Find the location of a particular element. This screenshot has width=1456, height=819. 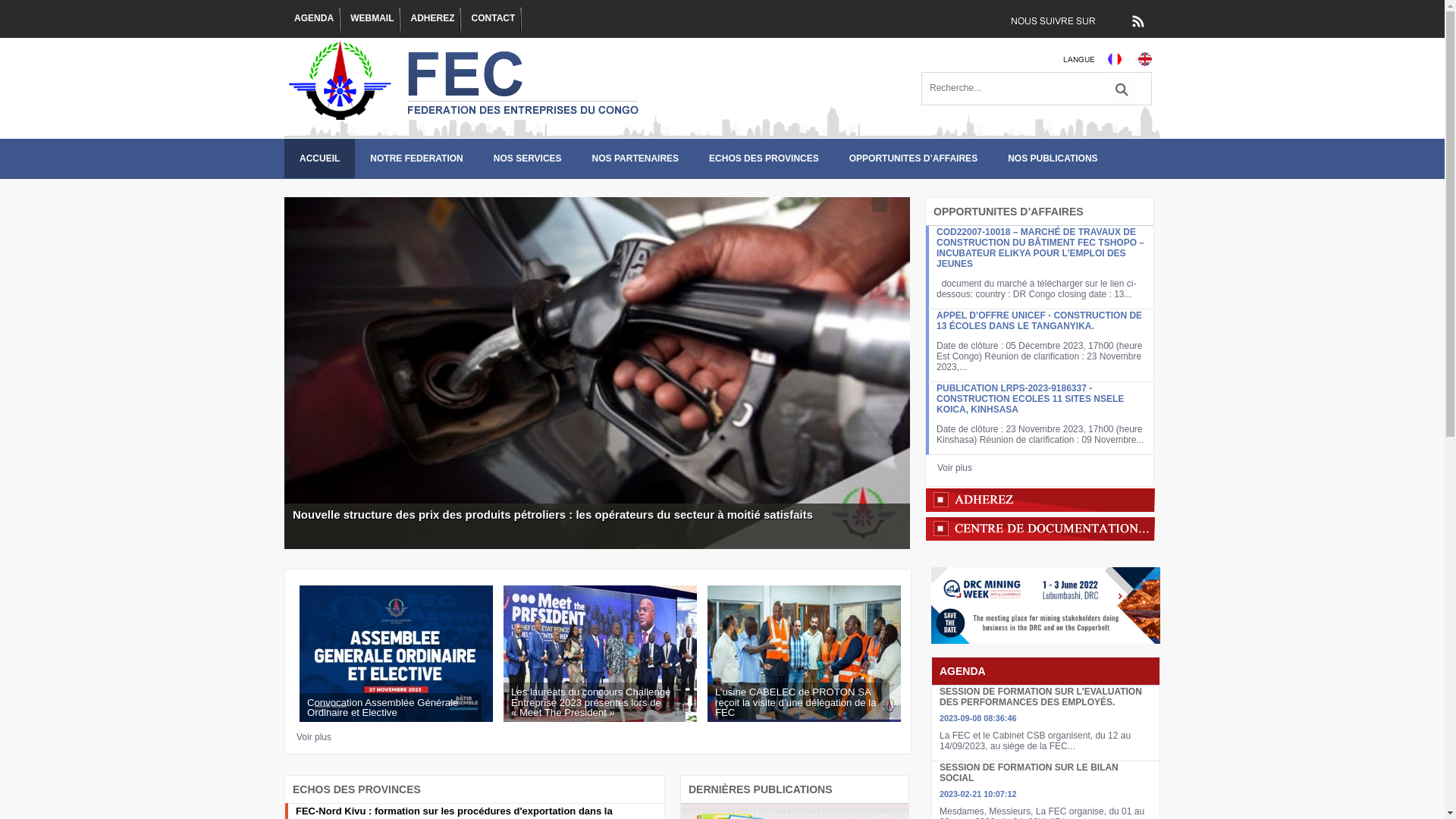

'AGENDA' is located at coordinates (312, 20).